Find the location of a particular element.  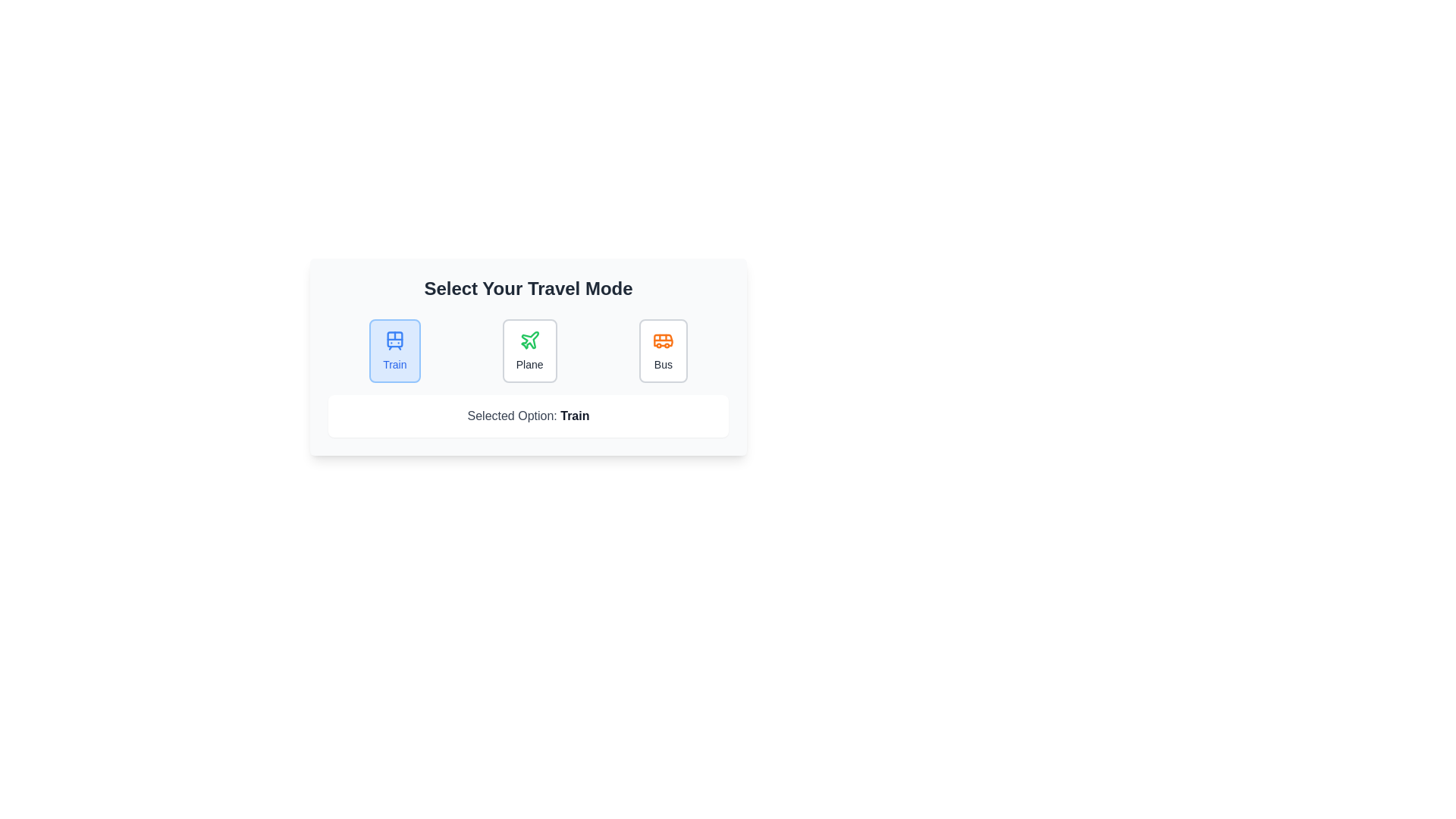

text displayed in the 'Bus' label element located in the 'Select Your Travel Mode' section, which is positioned beneath an orange bus icon is located at coordinates (663, 365).